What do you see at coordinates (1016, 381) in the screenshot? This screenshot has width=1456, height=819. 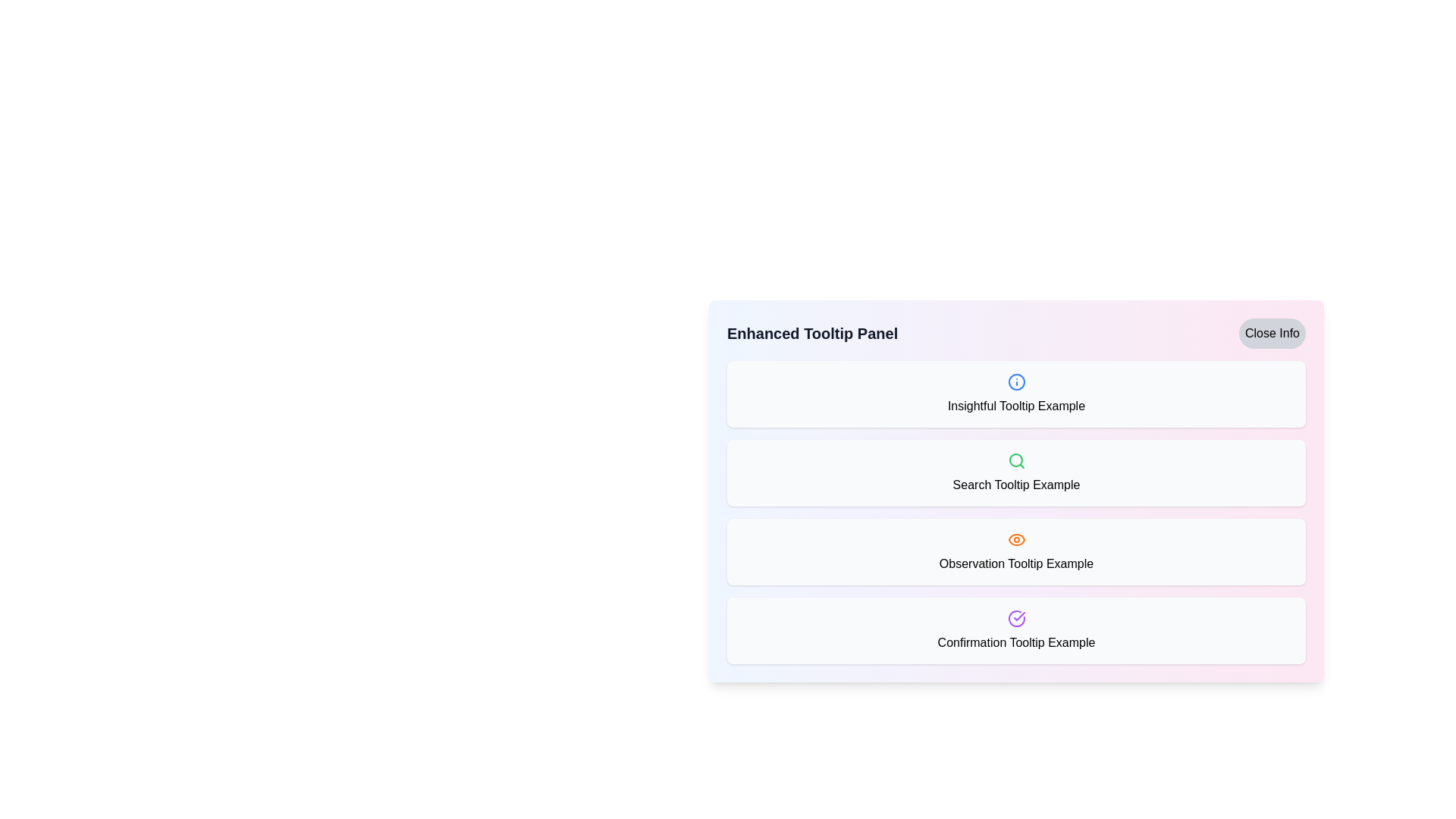 I see `the small circular blue outlined icon with an information symbol located in the first row of the vertical list in the 'Enhanced Tooltip Panel'` at bounding box center [1016, 381].